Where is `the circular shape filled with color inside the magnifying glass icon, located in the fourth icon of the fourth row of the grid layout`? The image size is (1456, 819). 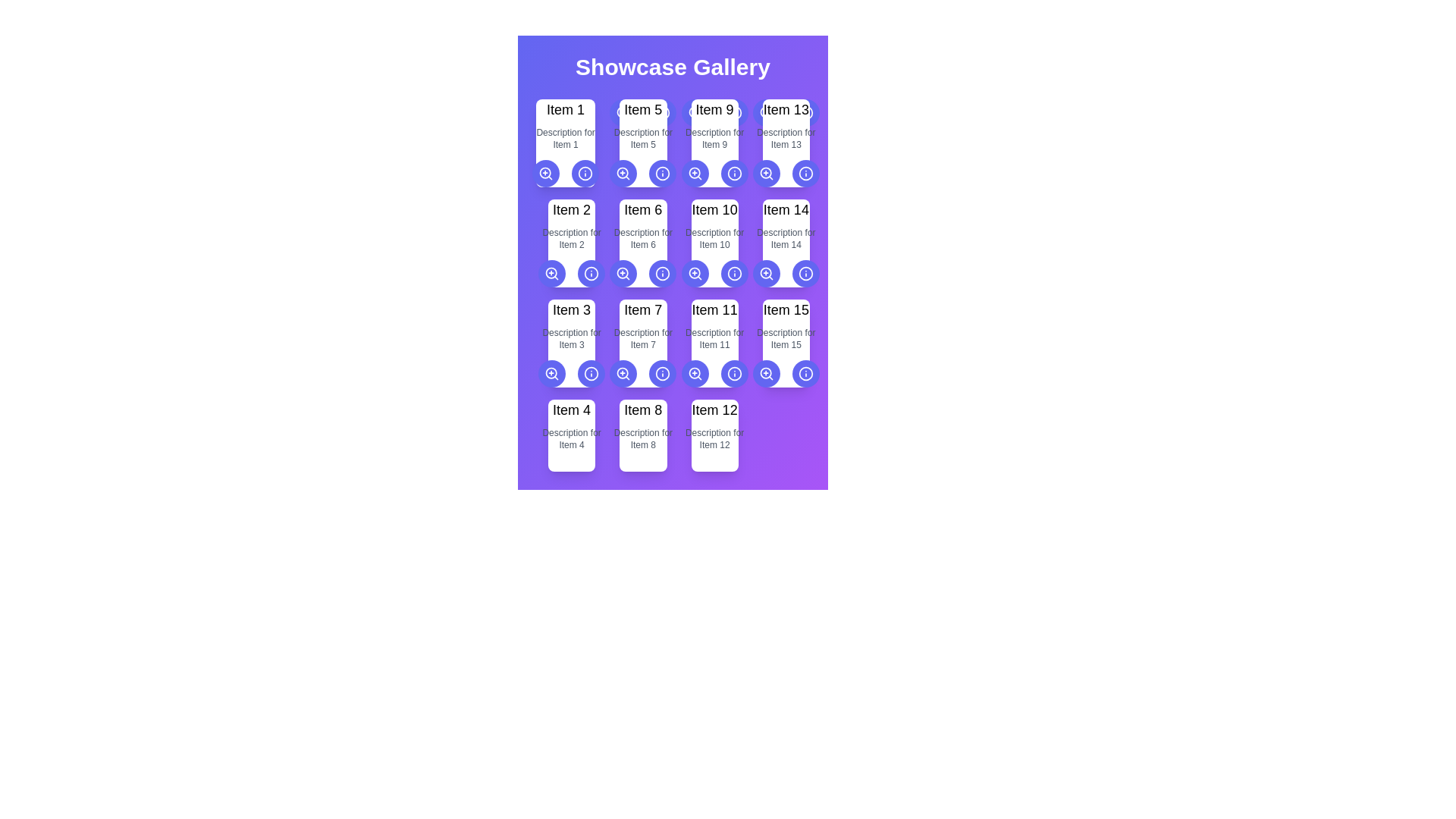
the circular shape filled with color inside the magnifying glass icon, located in the fourth icon of the fourth row of the grid layout is located at coordinates (766, 373).